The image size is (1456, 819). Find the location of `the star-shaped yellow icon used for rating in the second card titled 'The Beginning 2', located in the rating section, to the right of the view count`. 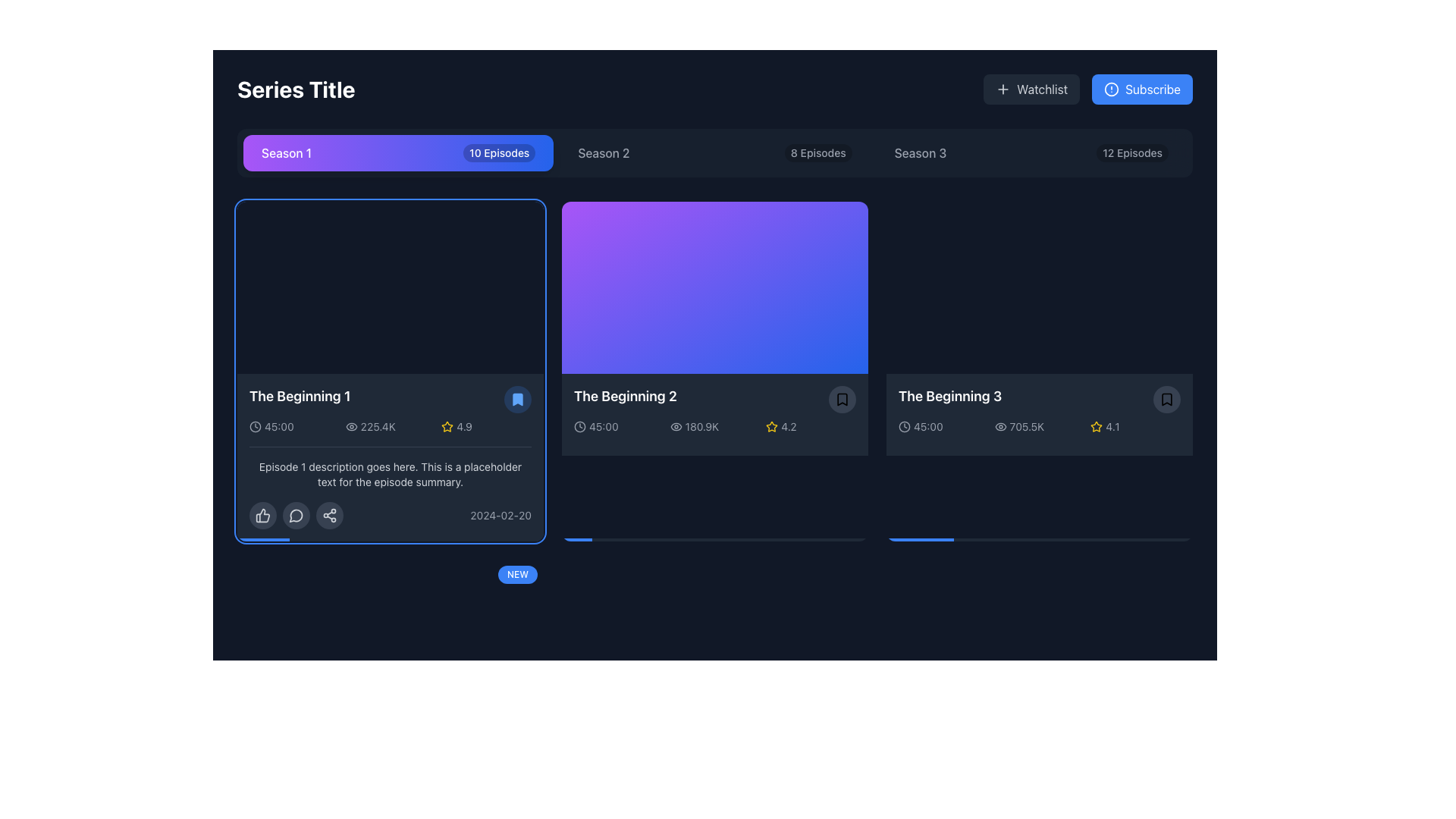

the star-shaped yellow icon used for rating in the second card titled 'The Beginning 2', located in the rating section, to the right of the view count is located at coordinates (772, 426).